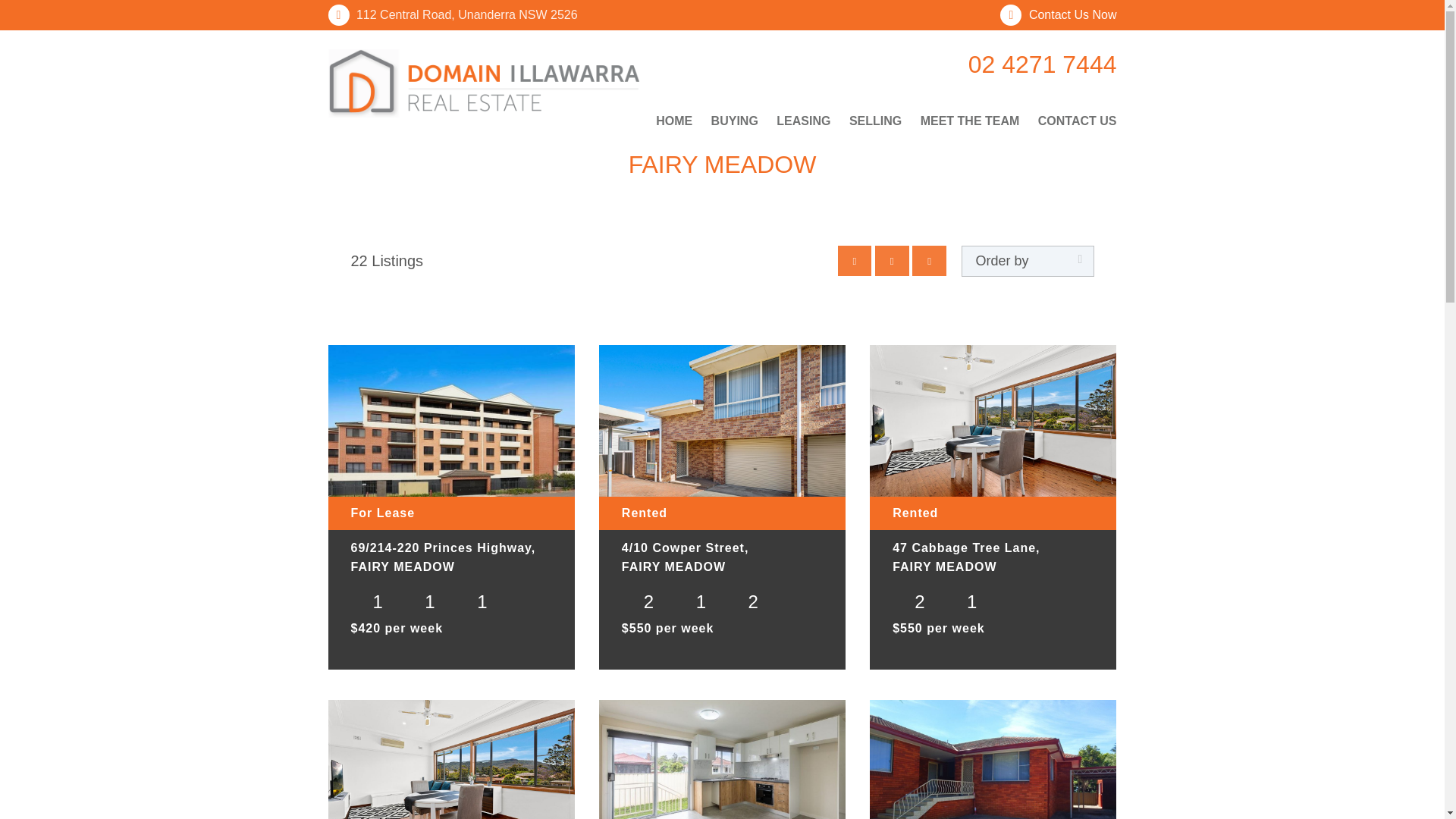 The width and height of the screenshot is (1456, 819). I want to click on '4/10 Cowper Street,, so click(721, 560).